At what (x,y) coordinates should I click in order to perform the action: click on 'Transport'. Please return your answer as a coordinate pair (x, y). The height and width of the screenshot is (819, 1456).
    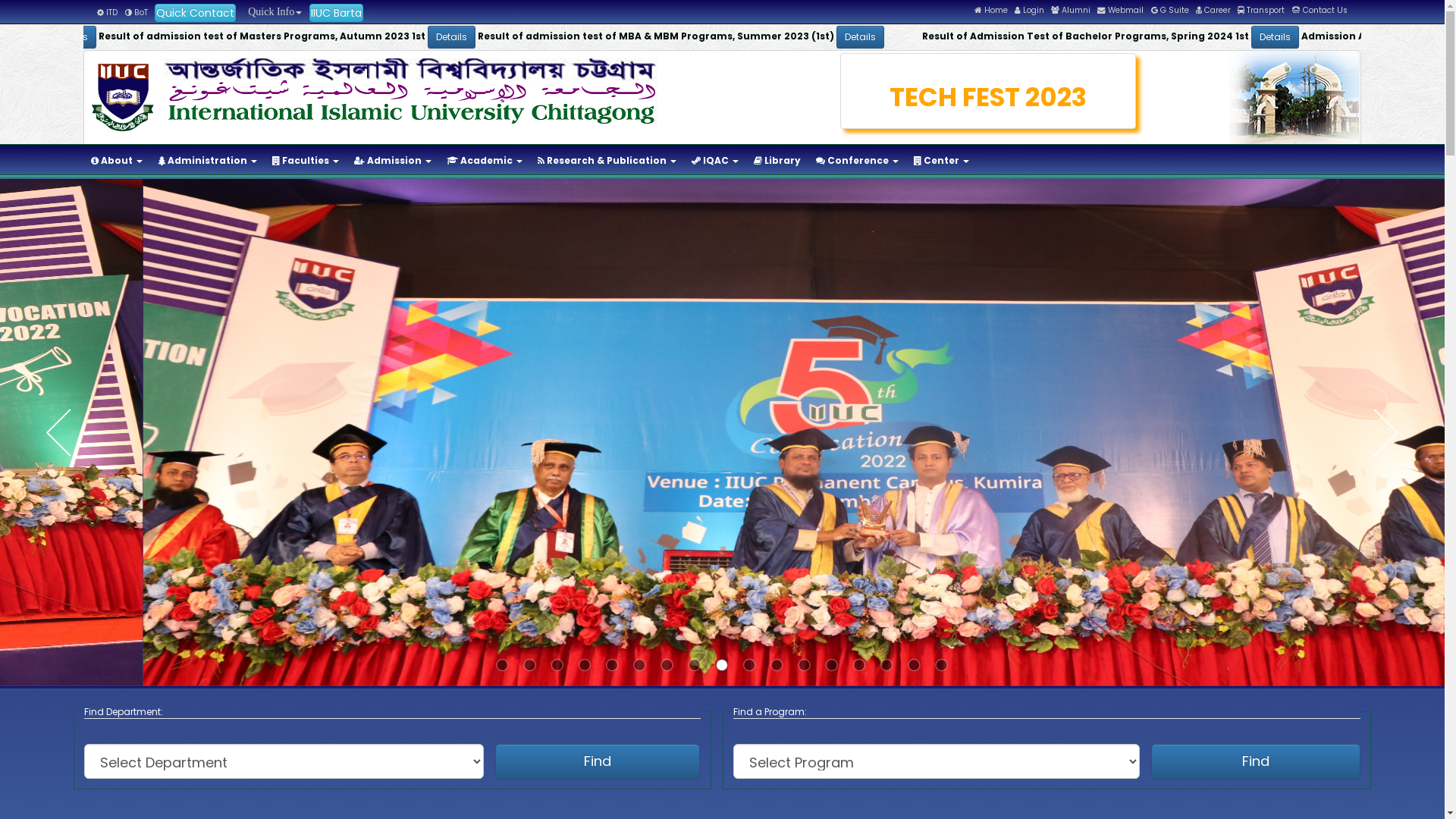
    Looking at the image, I should click on (1260, 10).